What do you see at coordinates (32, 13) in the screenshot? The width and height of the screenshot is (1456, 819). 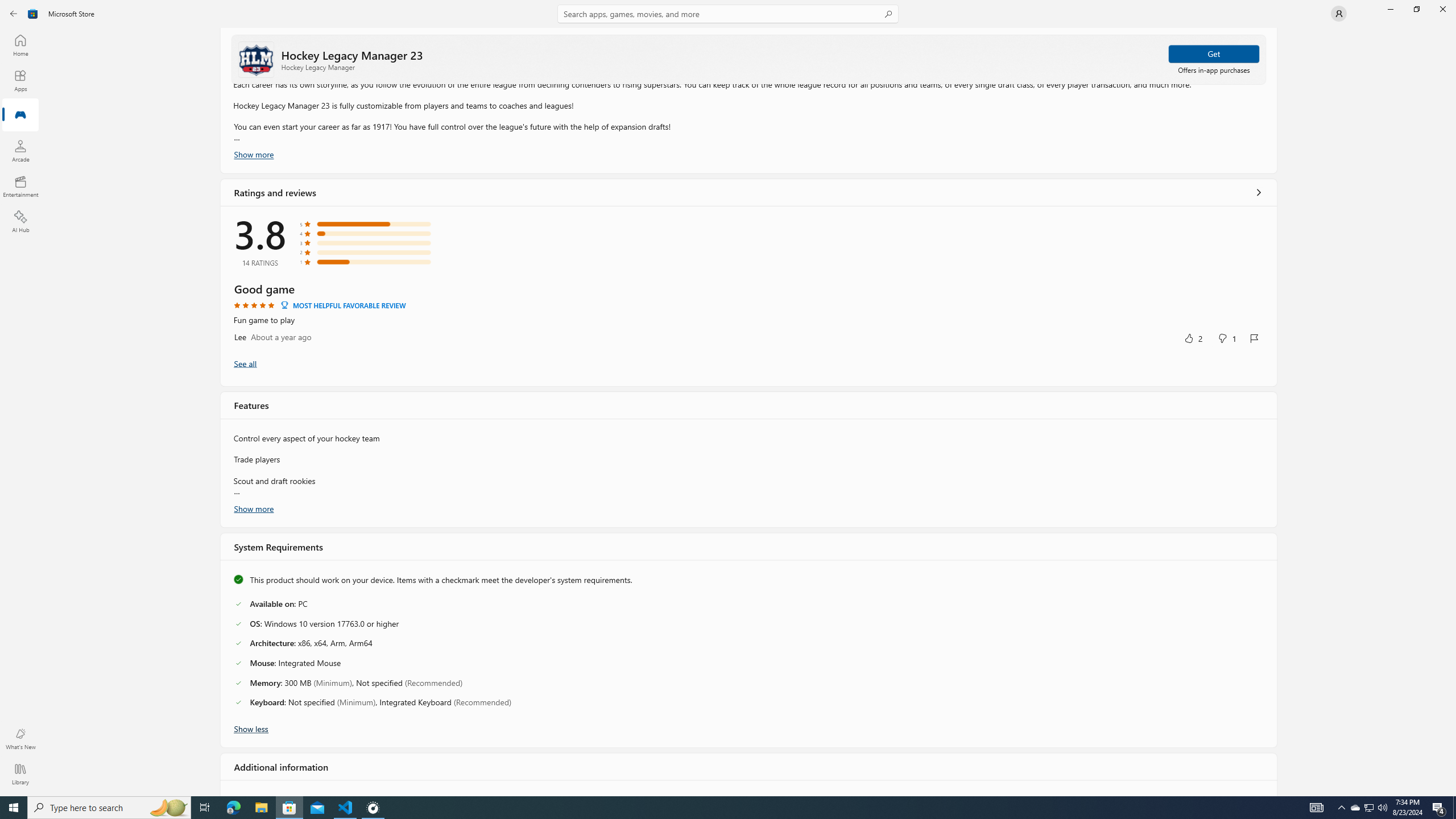 I see `'Class: Image'` at bounding box center [32, 13].